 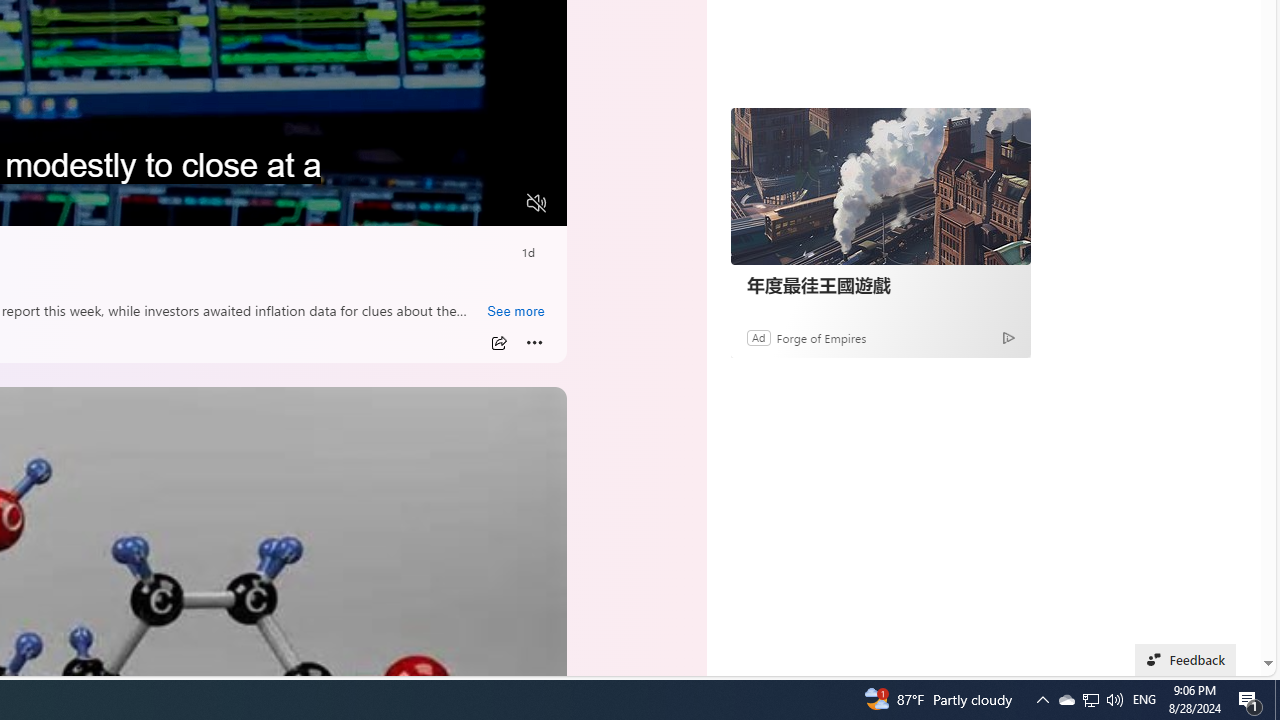 I want to click on 'Fullscreen', so click(x=497, y=203).